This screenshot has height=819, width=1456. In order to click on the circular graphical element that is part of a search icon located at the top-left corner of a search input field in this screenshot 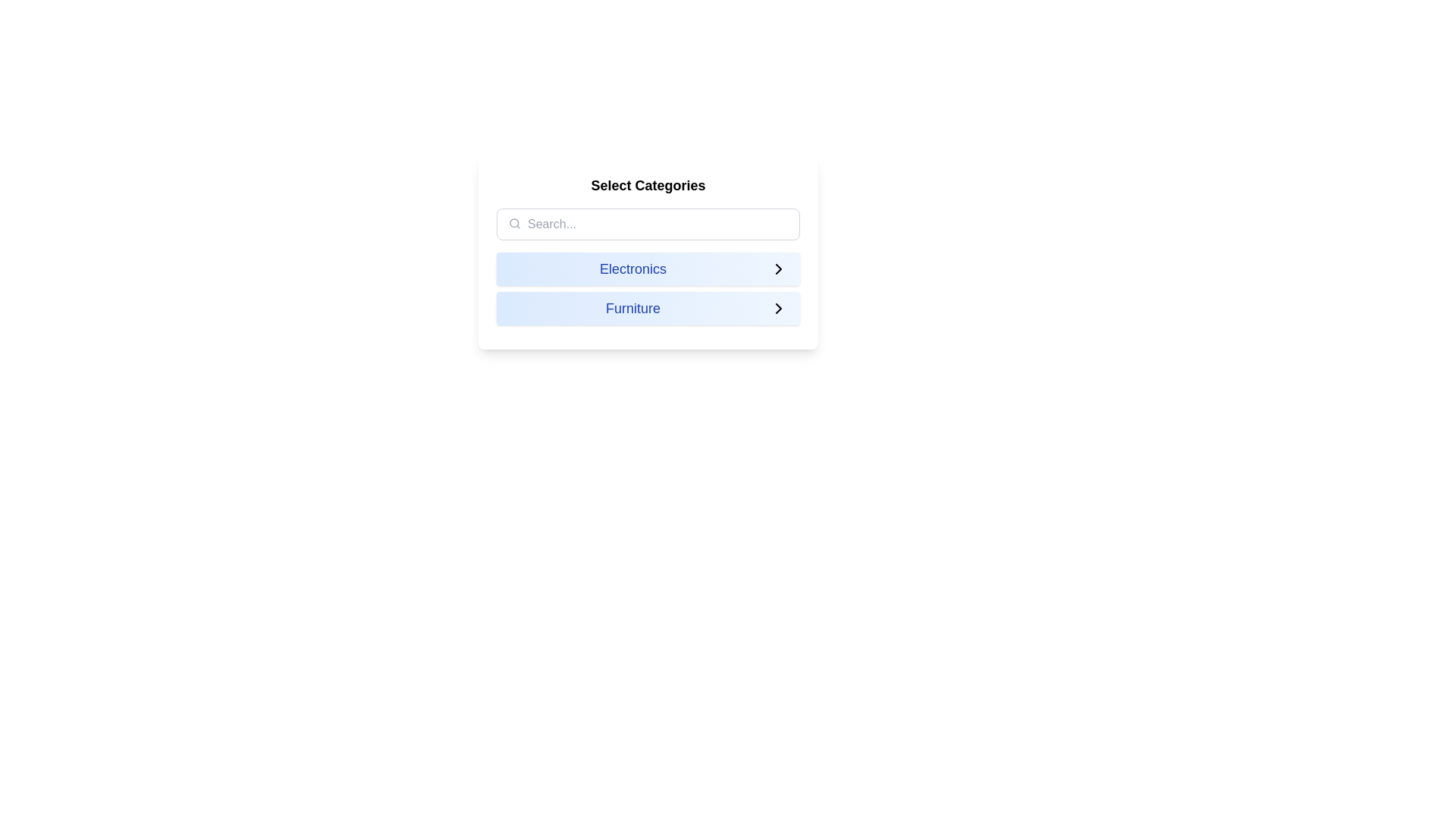, I will do `click(514, 223)`.